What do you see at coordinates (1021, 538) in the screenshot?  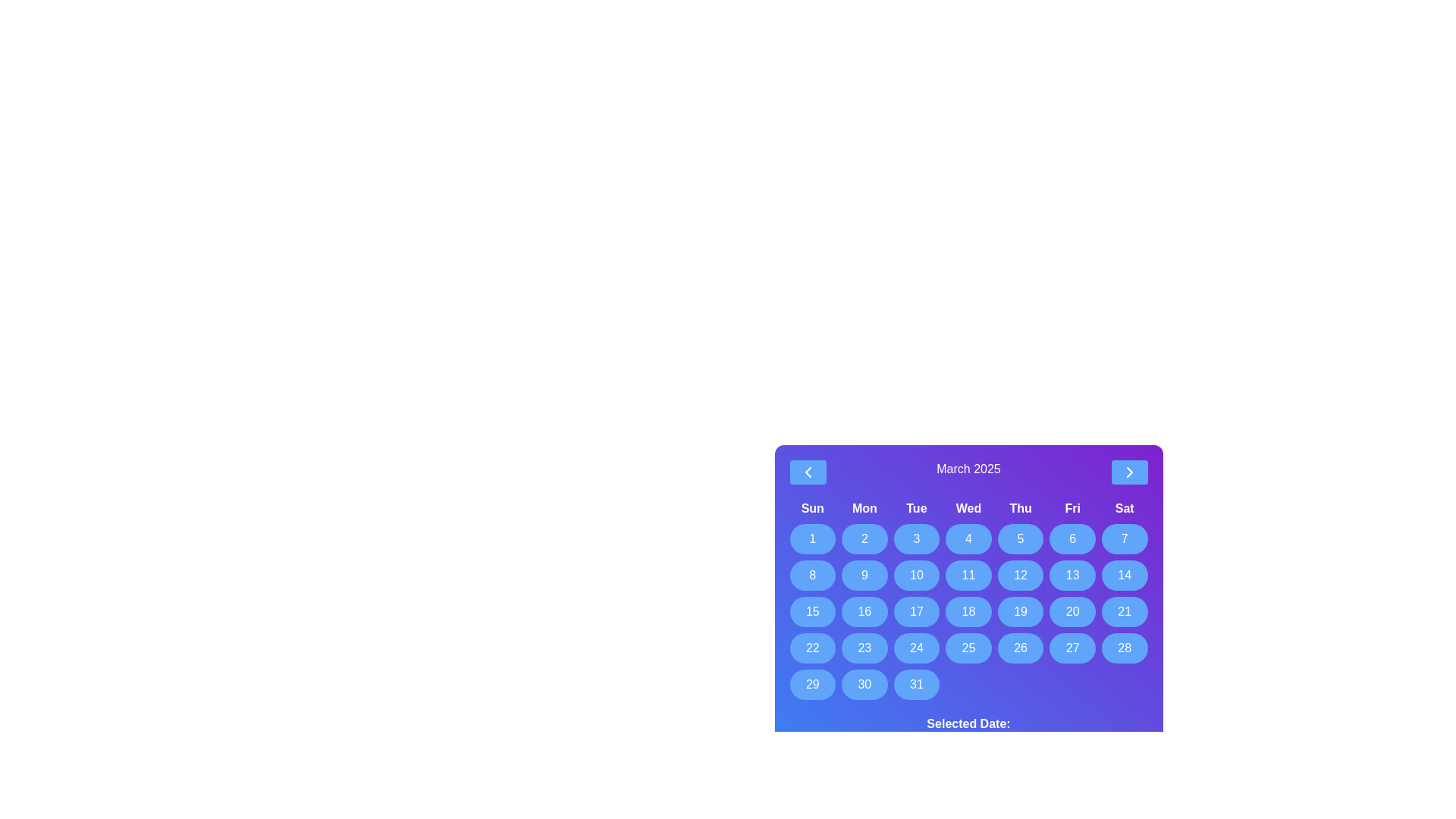 I see `the button representing the 5th day of the month in the calendar grid under the 'Thu' column` at bounding box center [1021, 538].